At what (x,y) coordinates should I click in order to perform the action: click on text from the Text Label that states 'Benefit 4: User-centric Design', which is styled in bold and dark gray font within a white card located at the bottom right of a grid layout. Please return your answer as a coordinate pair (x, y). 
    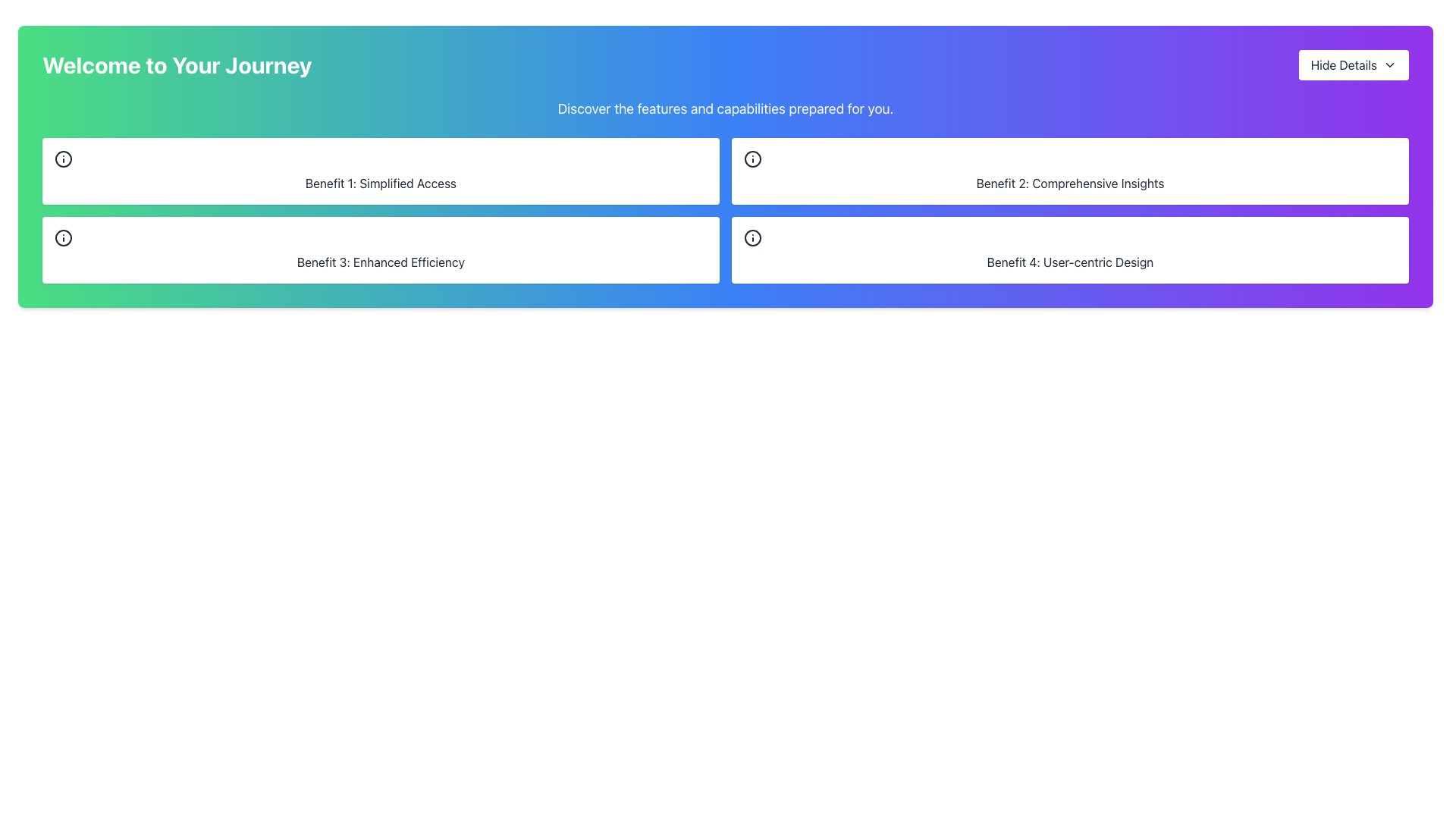
    Looking at the image, I should click on (1069, 262).